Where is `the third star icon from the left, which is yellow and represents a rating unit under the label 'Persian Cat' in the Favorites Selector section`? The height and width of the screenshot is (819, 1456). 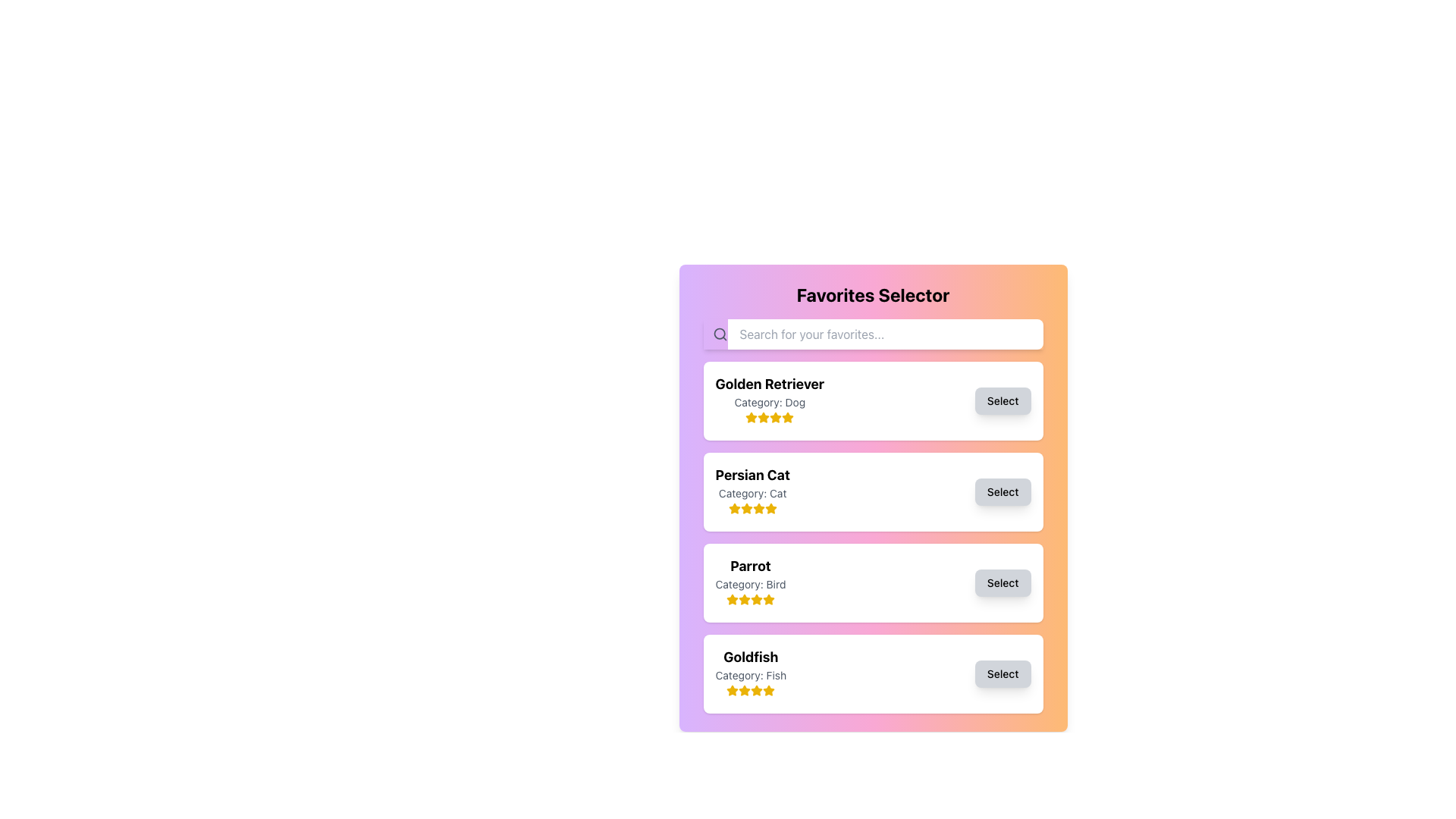 the third star icon from the left, which is yellow and represents a rating unit under the label 'Persian Cat' in the Favorites Selector section is located at coordinates (746, 509).